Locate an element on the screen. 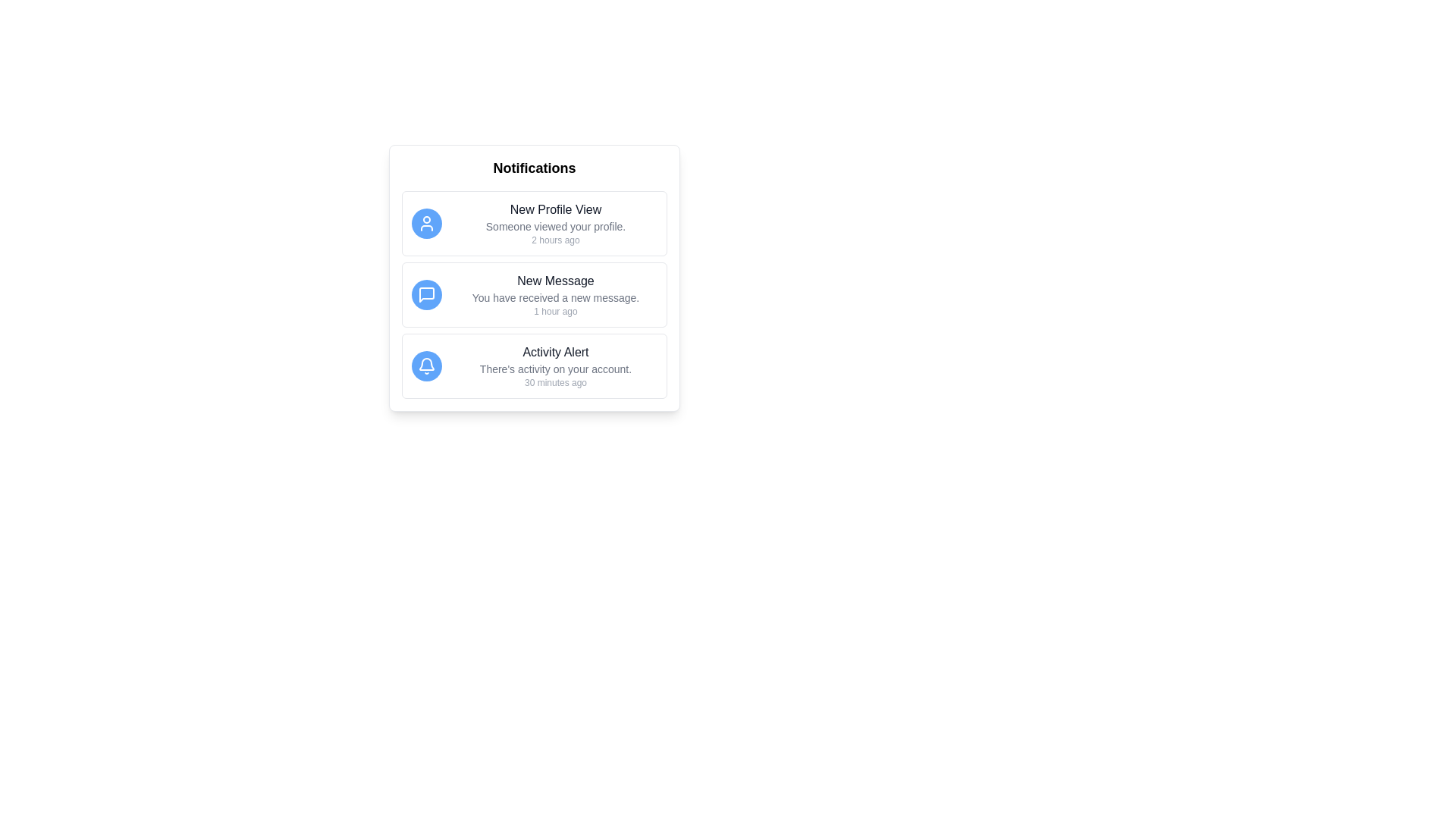 This screenshot has width=1456, height=819. the first notification item that informs the user someone has viewed their profile is located at coordinates (555, 223).